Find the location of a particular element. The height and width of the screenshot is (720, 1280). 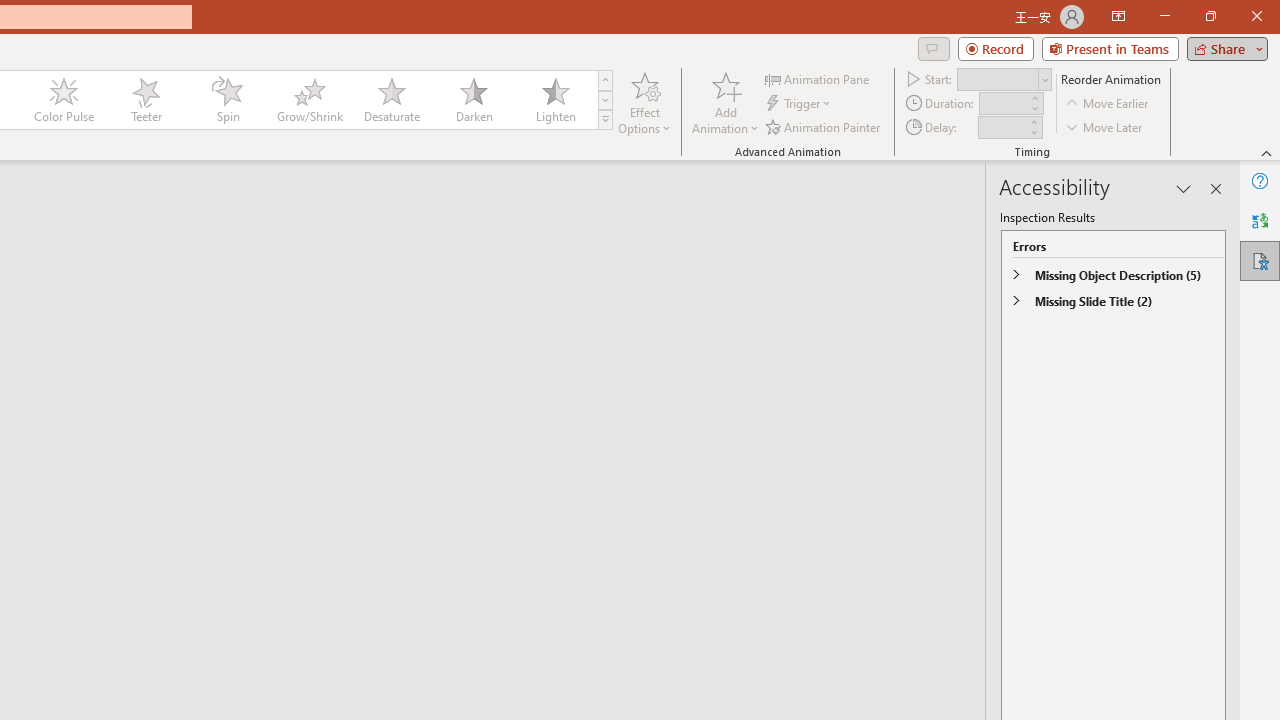

'Trigger' is located at coordinates (800, 103).